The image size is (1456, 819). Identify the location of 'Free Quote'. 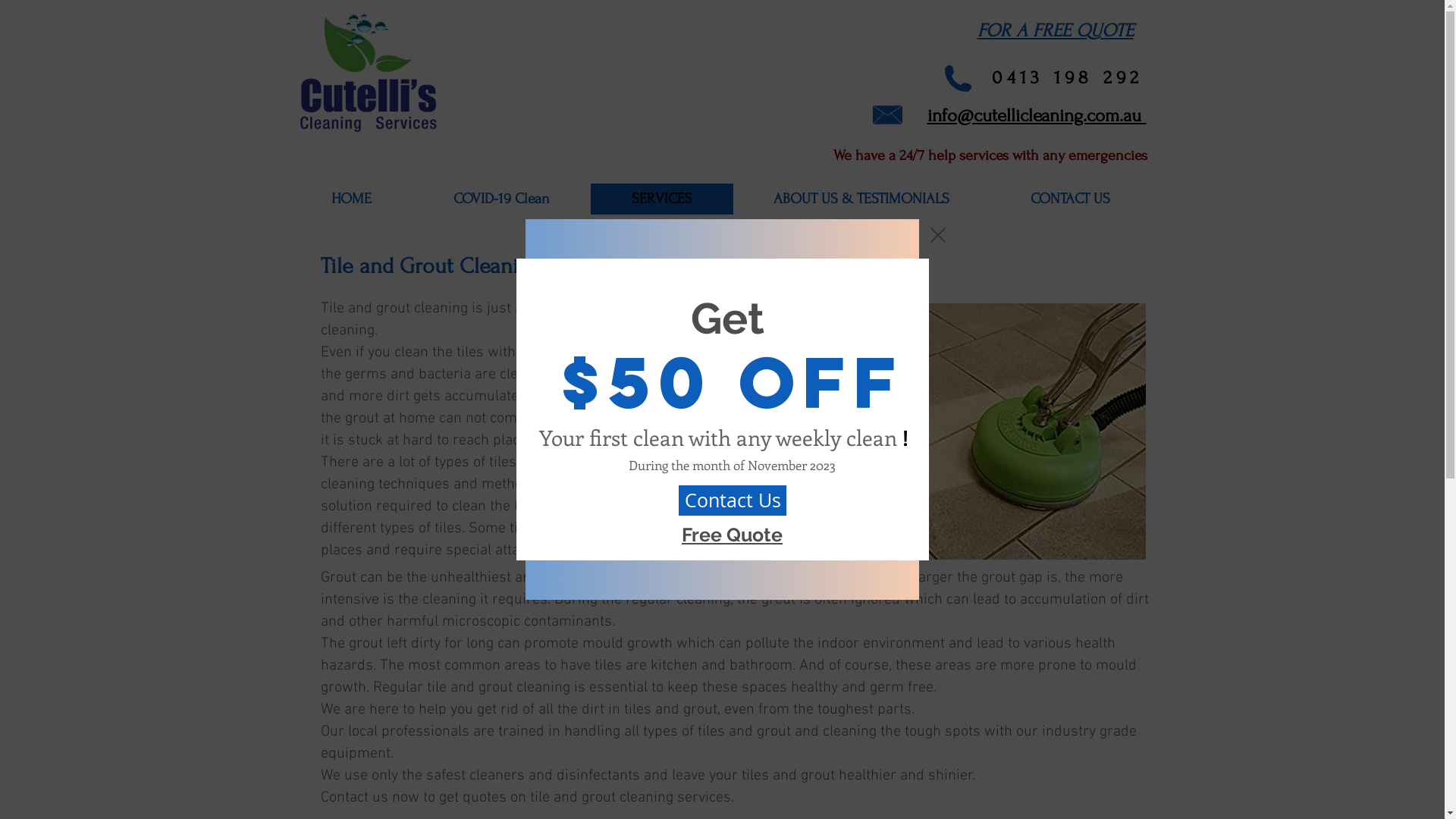
(732, 533).